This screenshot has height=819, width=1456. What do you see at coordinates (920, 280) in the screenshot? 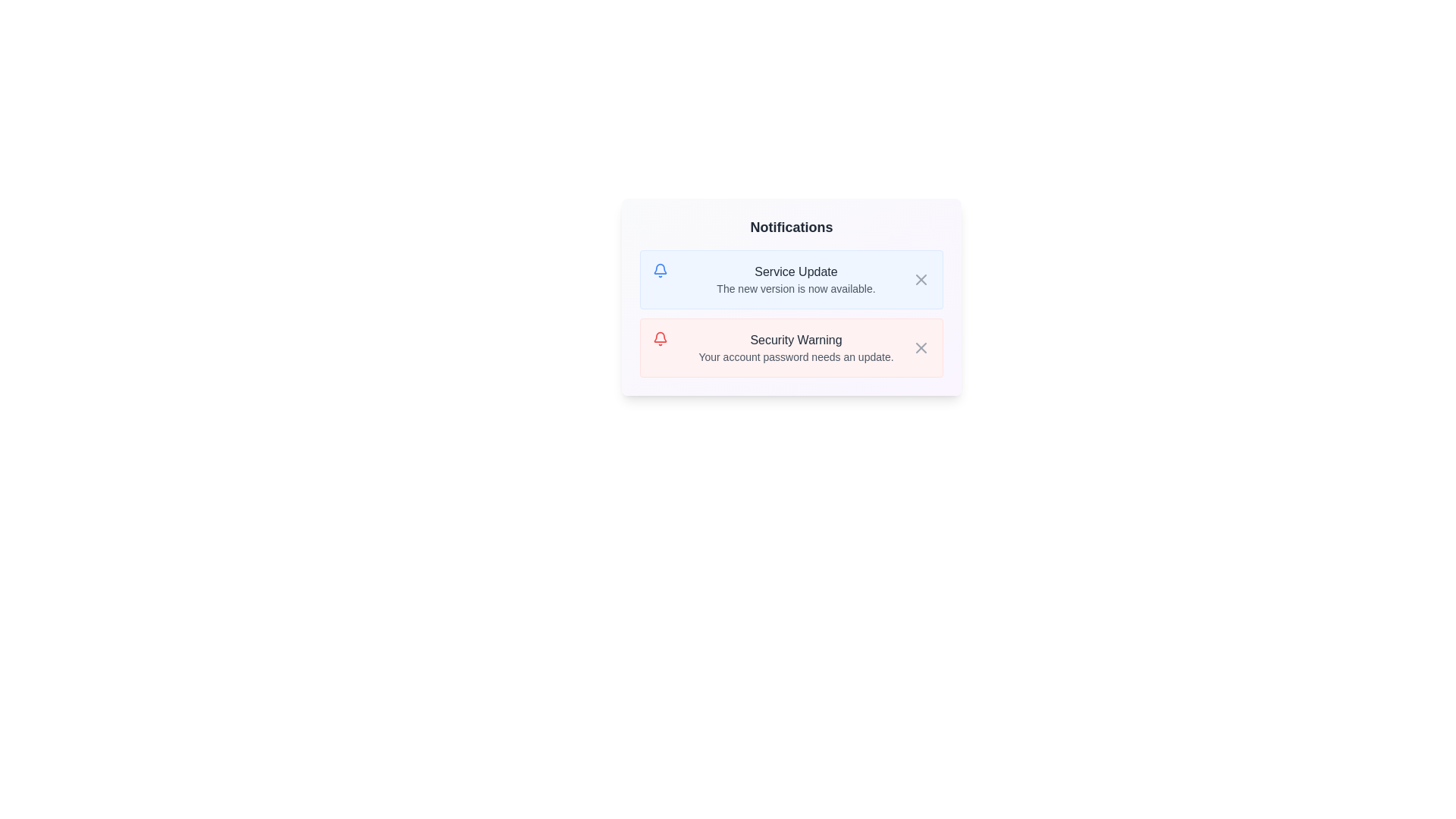
I see `the close button with a gray 'X' icon located in the top-right corner of the 'Service Update' notification box` at bounding box center [920, 280].